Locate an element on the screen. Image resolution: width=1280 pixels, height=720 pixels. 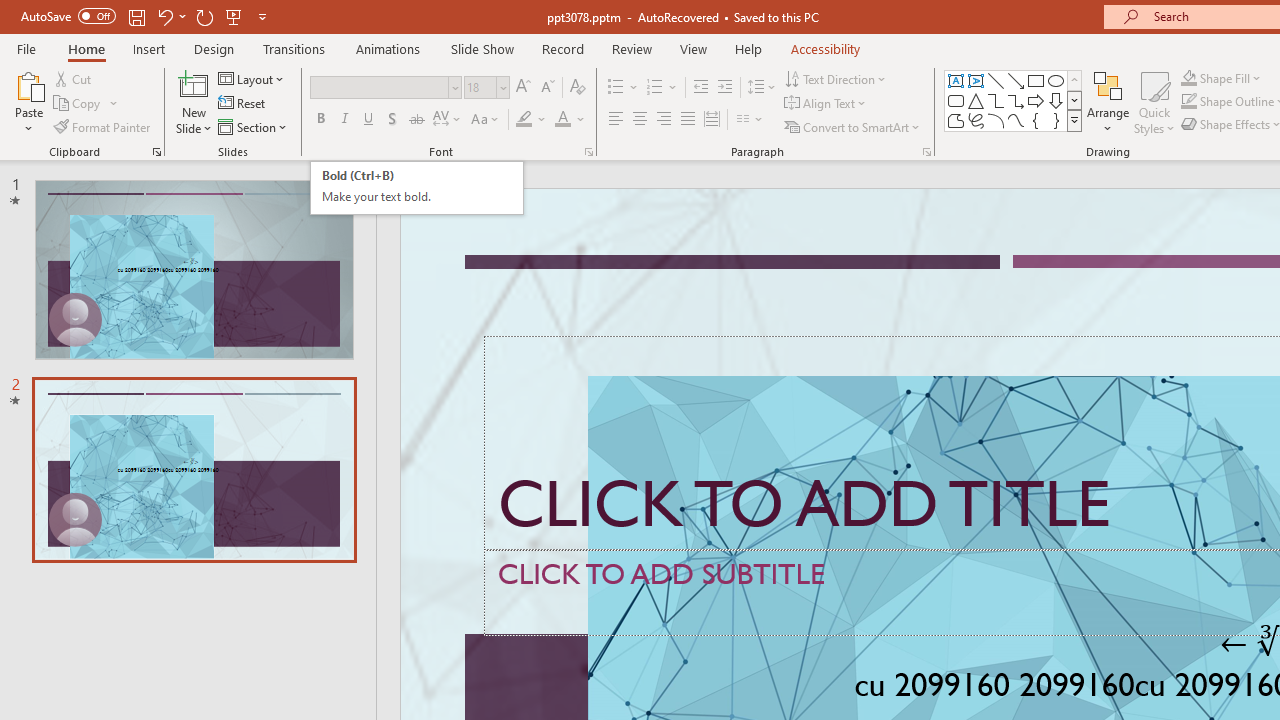
'Vertical Text Box' is located at coordinates (976, 80).